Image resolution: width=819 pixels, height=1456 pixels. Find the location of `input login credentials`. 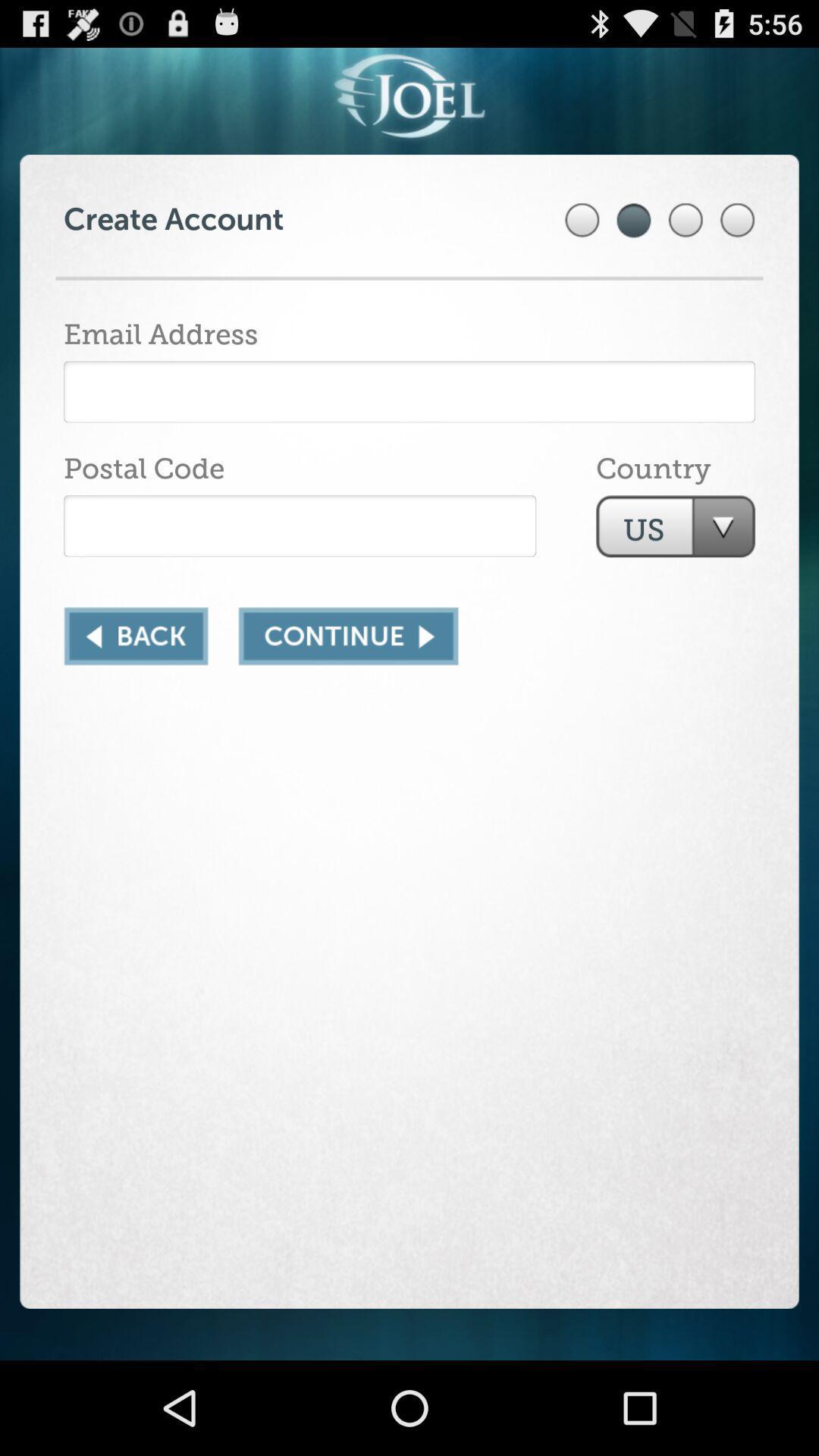

input login credentials is located at coordinates (409, 391).